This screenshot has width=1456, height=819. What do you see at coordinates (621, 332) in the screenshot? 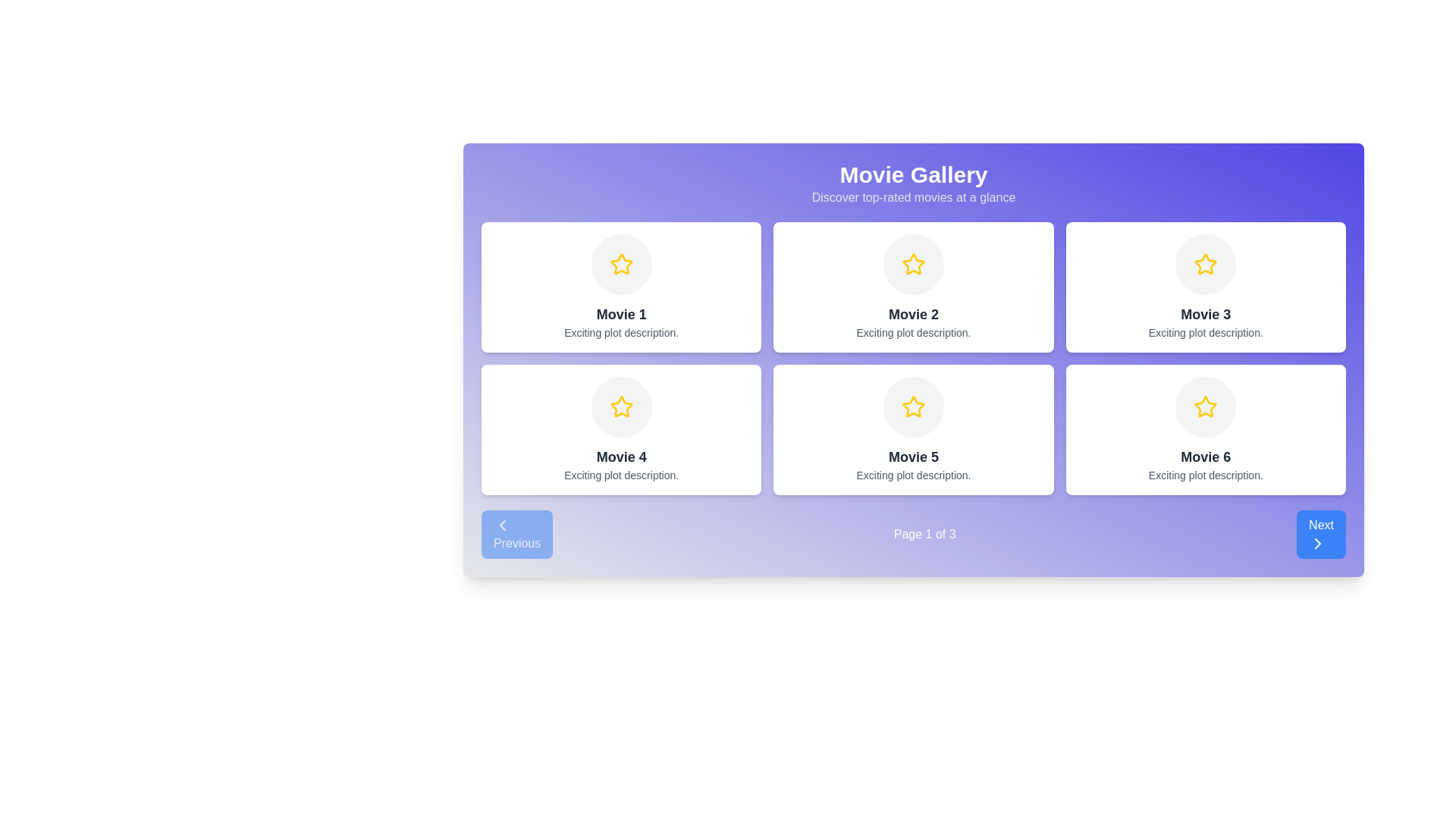
I see `the text block reading 'Exciting plot description.' located directly beneath the title 'Movie 1' in the first card of a 3x2 grid layout` at bounding box center [621, 332].